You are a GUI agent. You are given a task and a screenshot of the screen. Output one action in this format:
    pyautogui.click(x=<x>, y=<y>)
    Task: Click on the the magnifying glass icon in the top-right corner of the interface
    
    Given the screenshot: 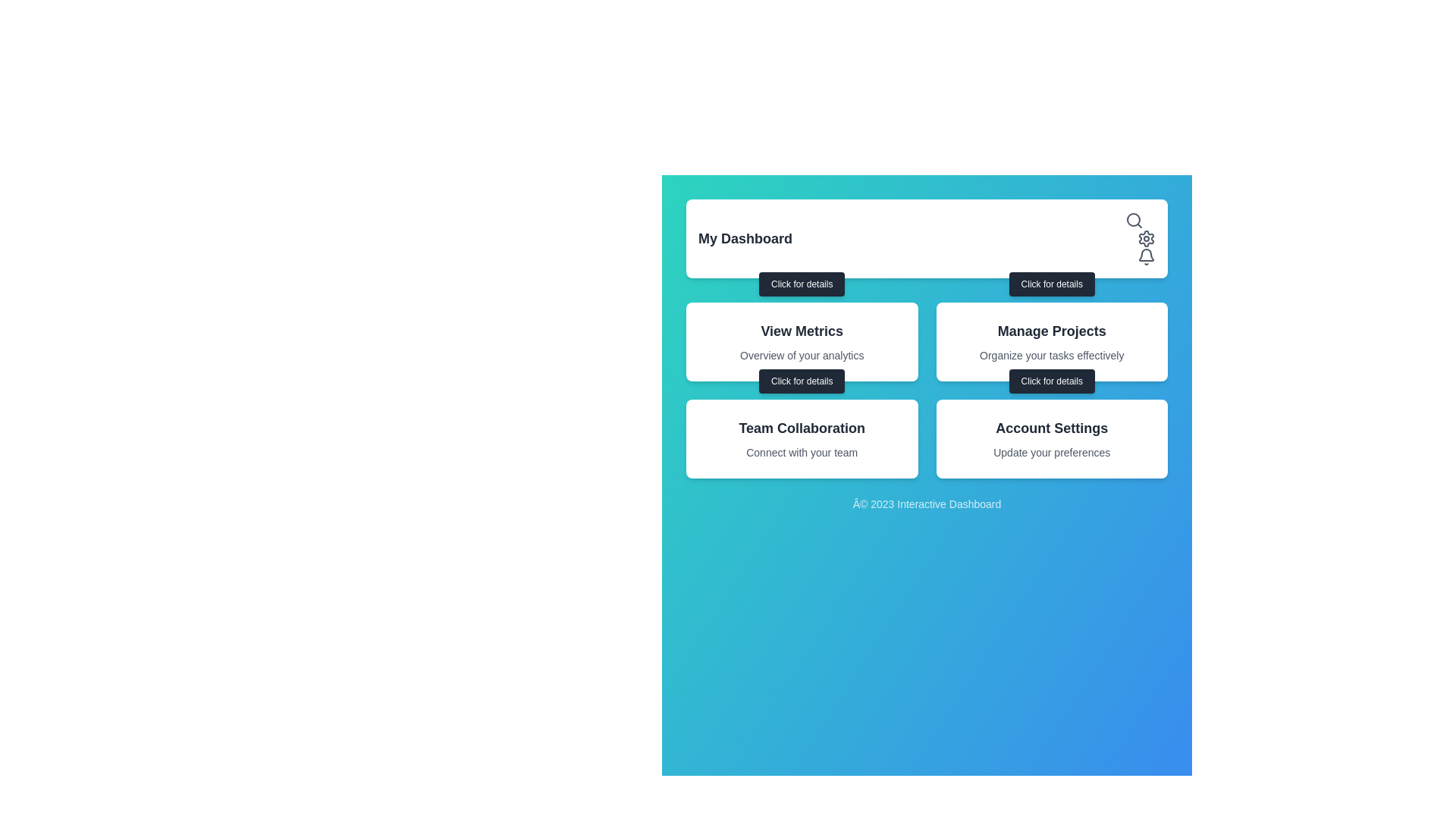 What is the action you would take?
    pyautogui.click(x=1134, y=220)
    